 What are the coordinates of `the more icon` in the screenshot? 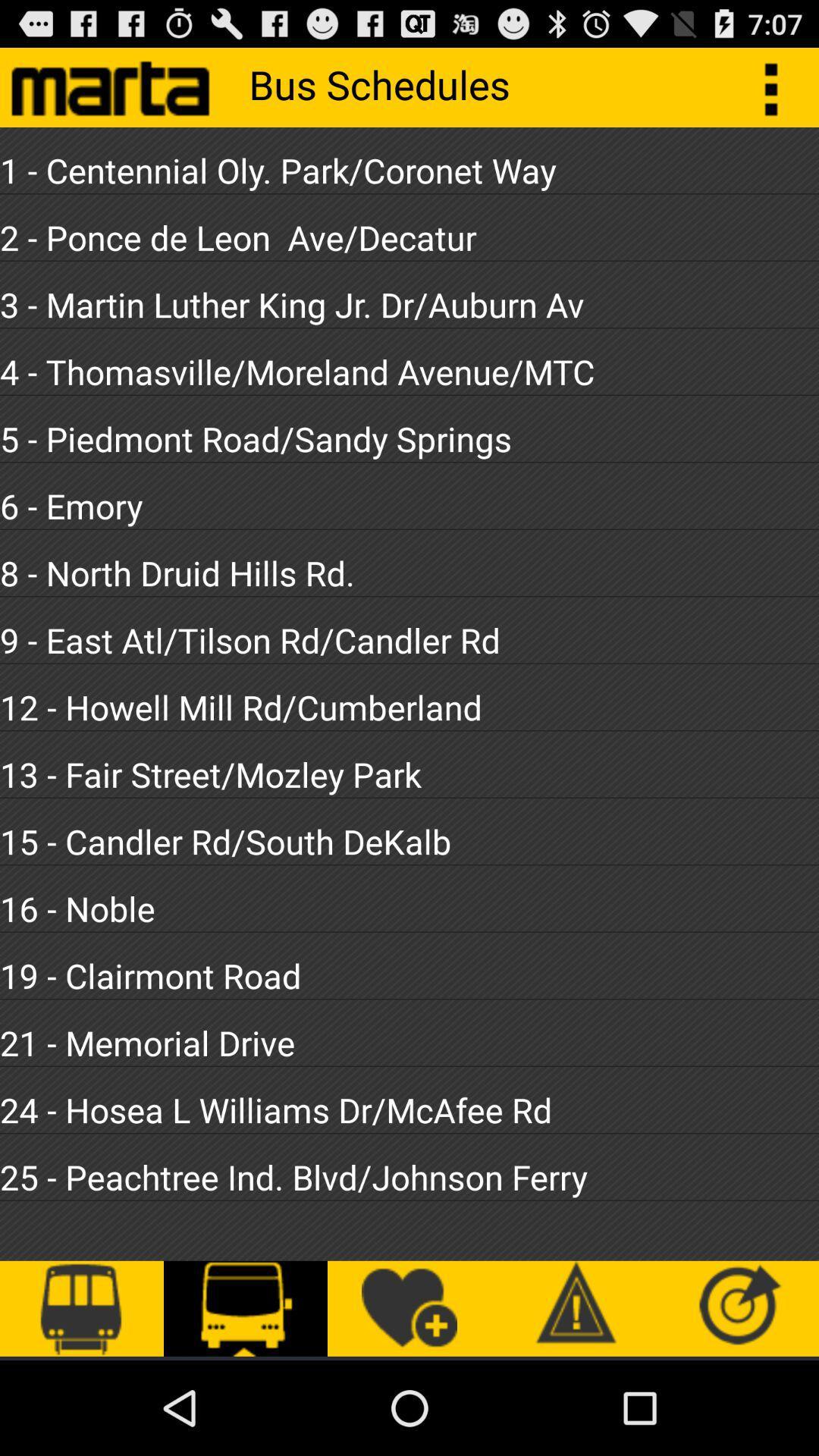 It's located at (779, 93).